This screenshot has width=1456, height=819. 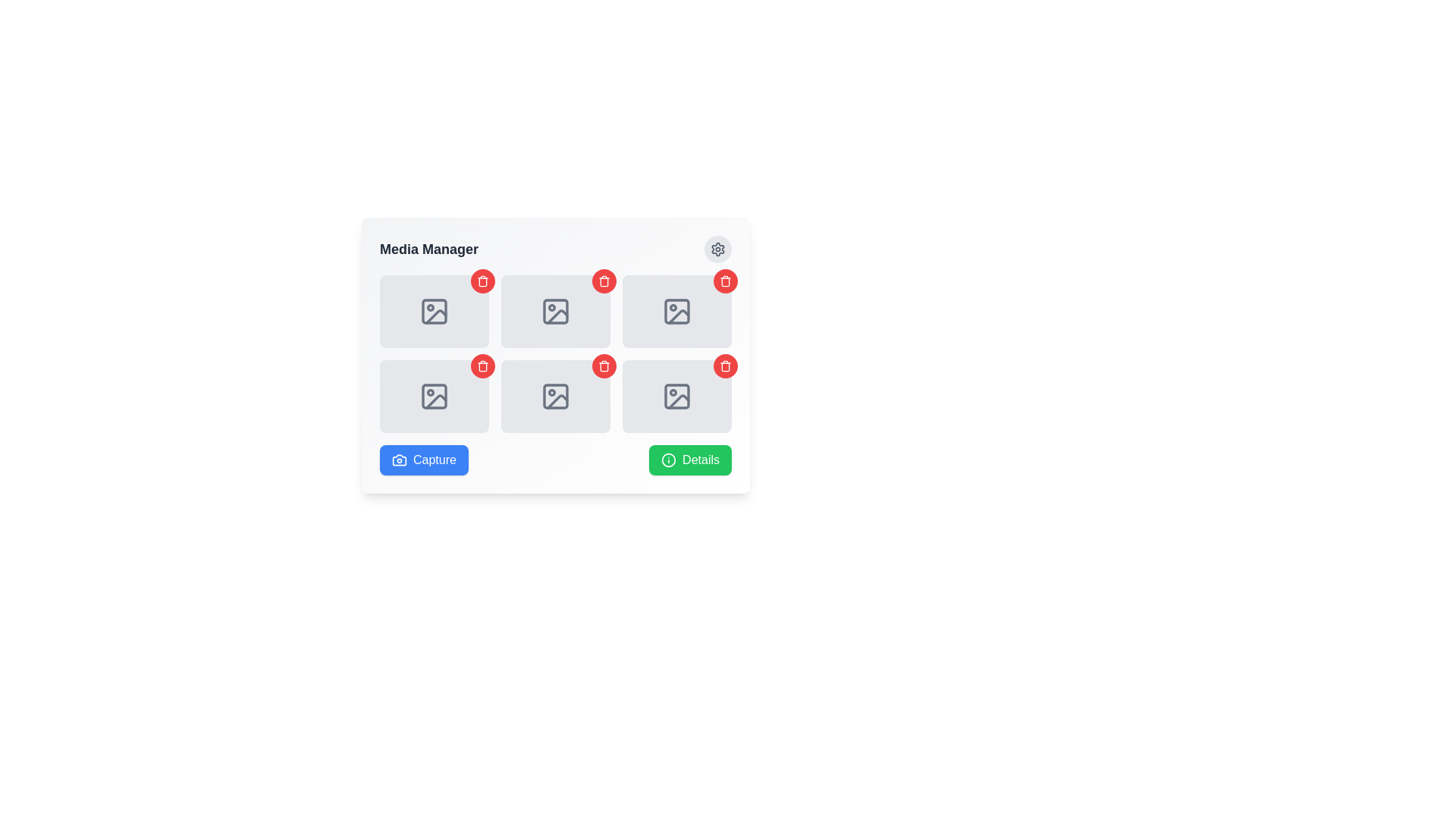 What do you see at coordinates (724, 366) in the screenshot?
I see `the circular red button with a white trash icon located at the top-right corner of the bottom-right grid box in the Media Manager interface` at bounding box center [724, 366].